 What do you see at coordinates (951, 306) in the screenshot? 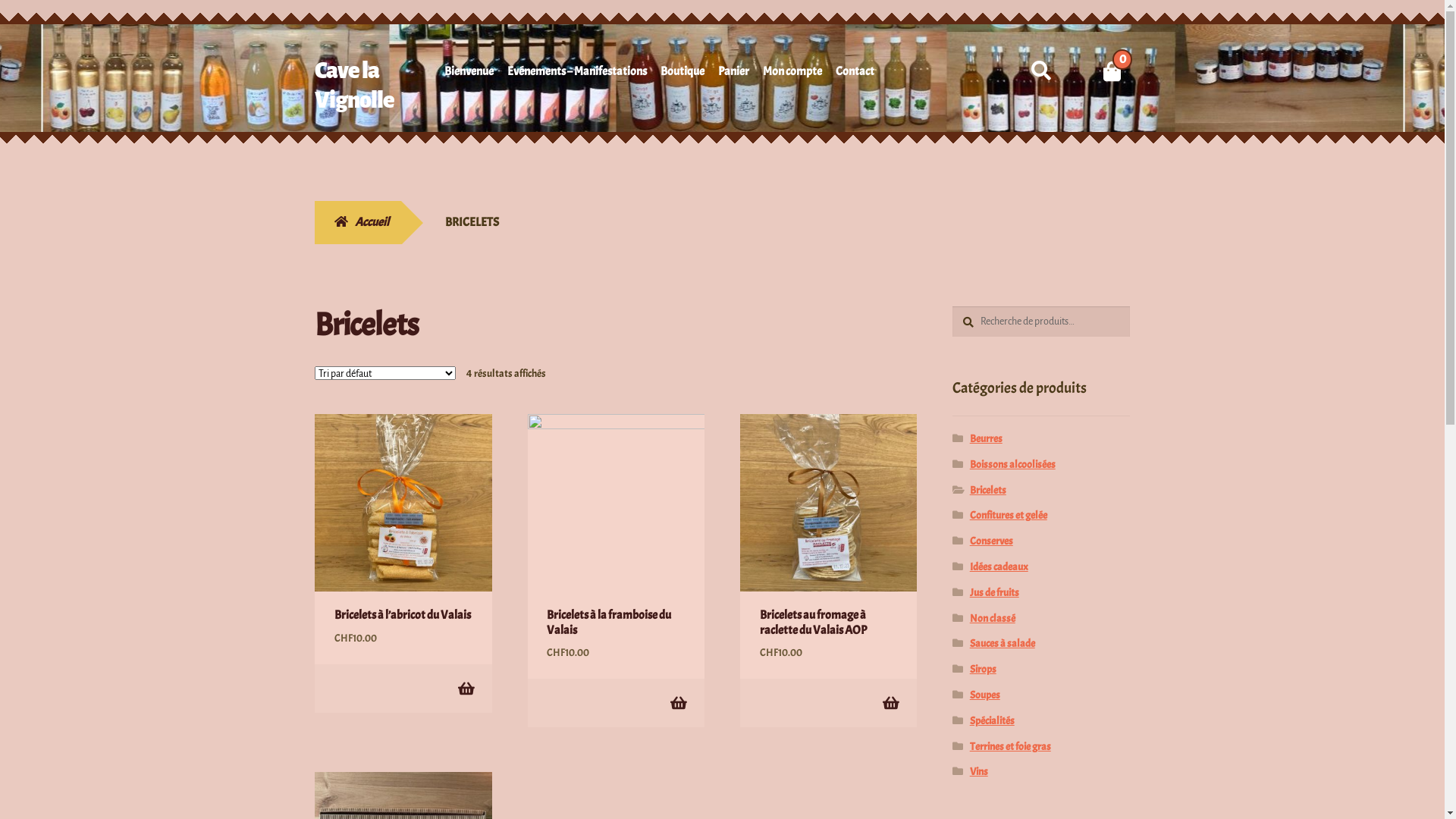
I see `'Recherche'` at bounding box center [951, 306].